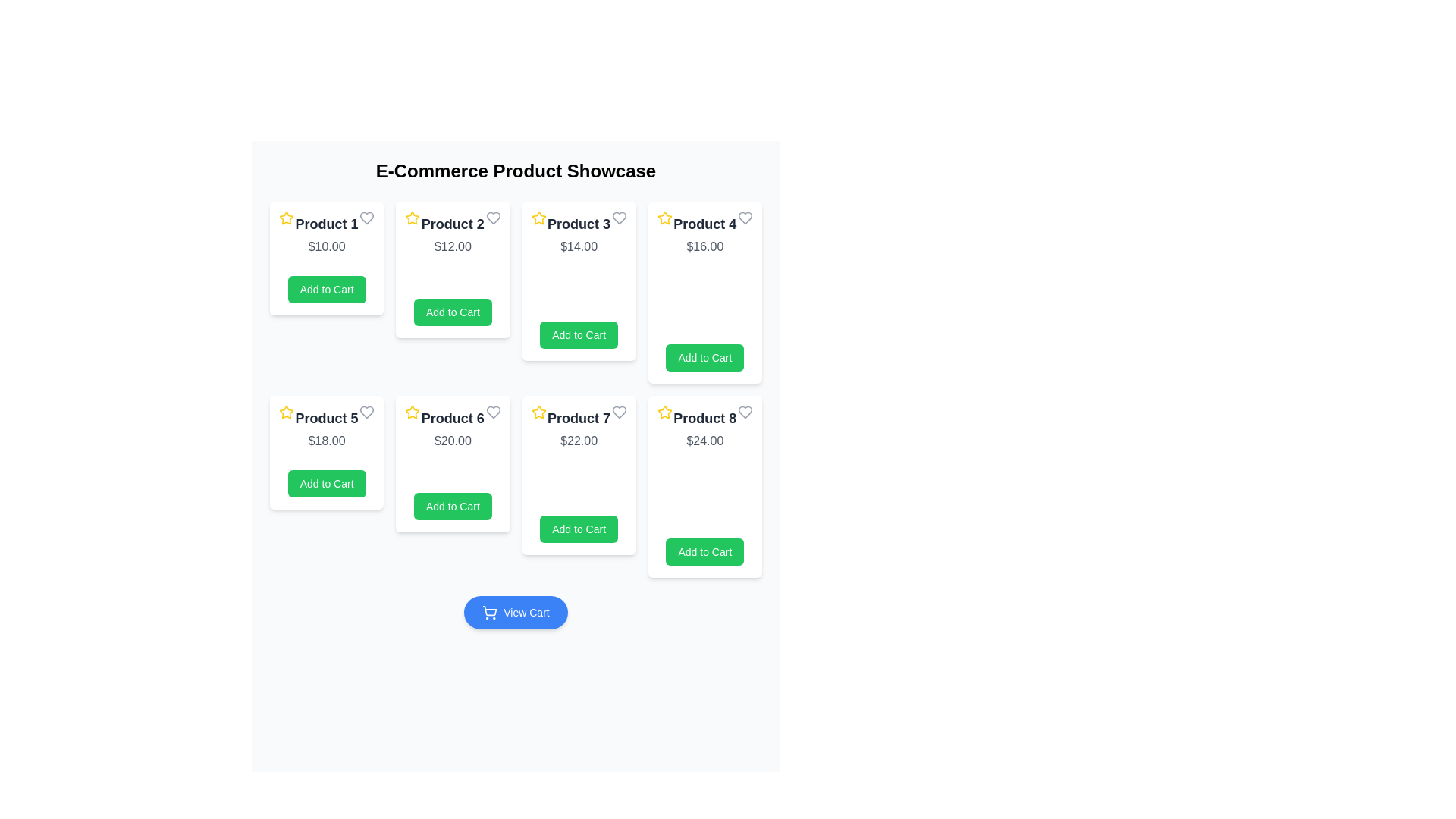 The image size is (1456, 819). Describe the element at coordinates (704, 357) in the screenshot. I see `the primary action button located at the bottom of the product card for 'Product 4', which adds the product to the shopping cart, to change its background color` at that location.